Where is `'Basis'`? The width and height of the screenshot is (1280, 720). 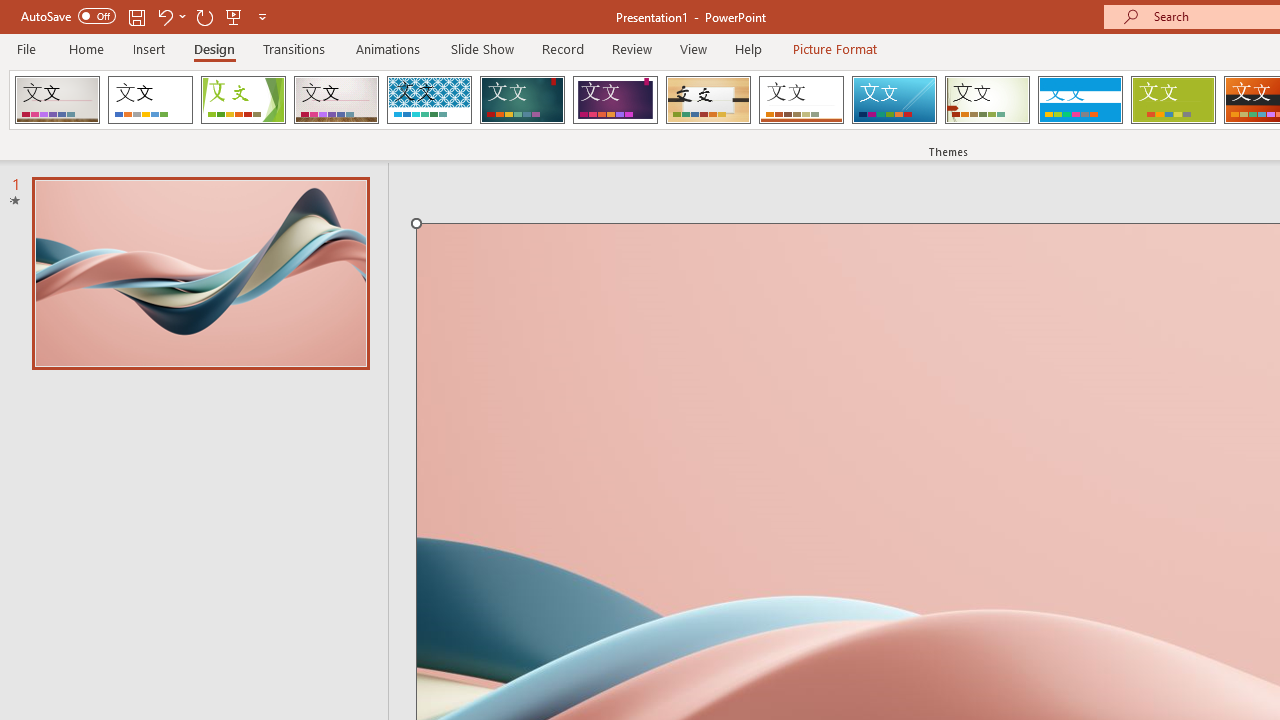 'Basis' is located at coordinates (1173, 100).